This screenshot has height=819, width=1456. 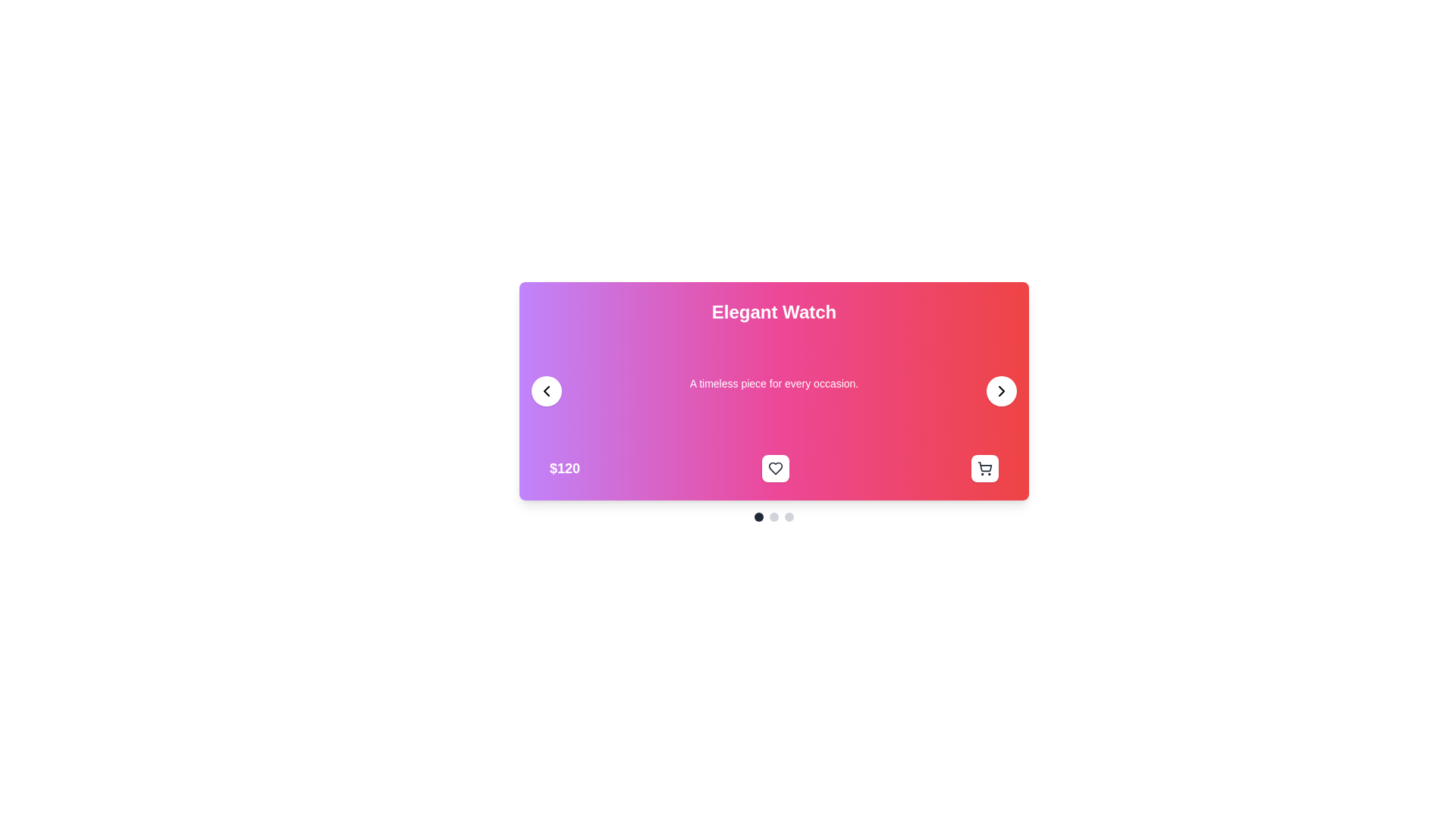 I want to click on the square button with a white background and a heart icon to mark an item as a favorite, so click(x=775, y=467).